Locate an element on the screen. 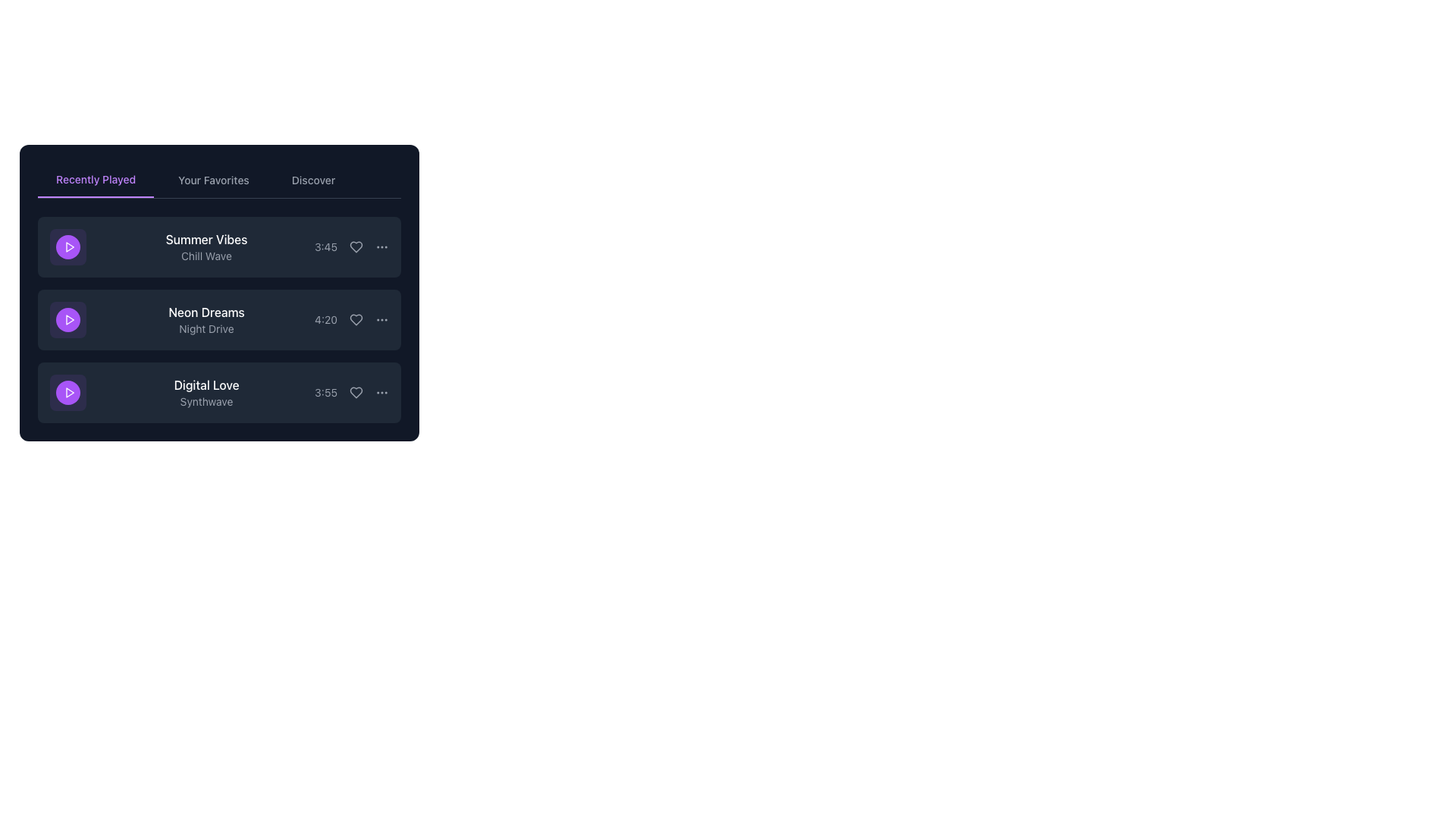  the options menu trigger button located on the far right of the 'Digital Love' playlist row, adjacent to its timestamp '3:55', to change its color is located at coordinates (382, 391).